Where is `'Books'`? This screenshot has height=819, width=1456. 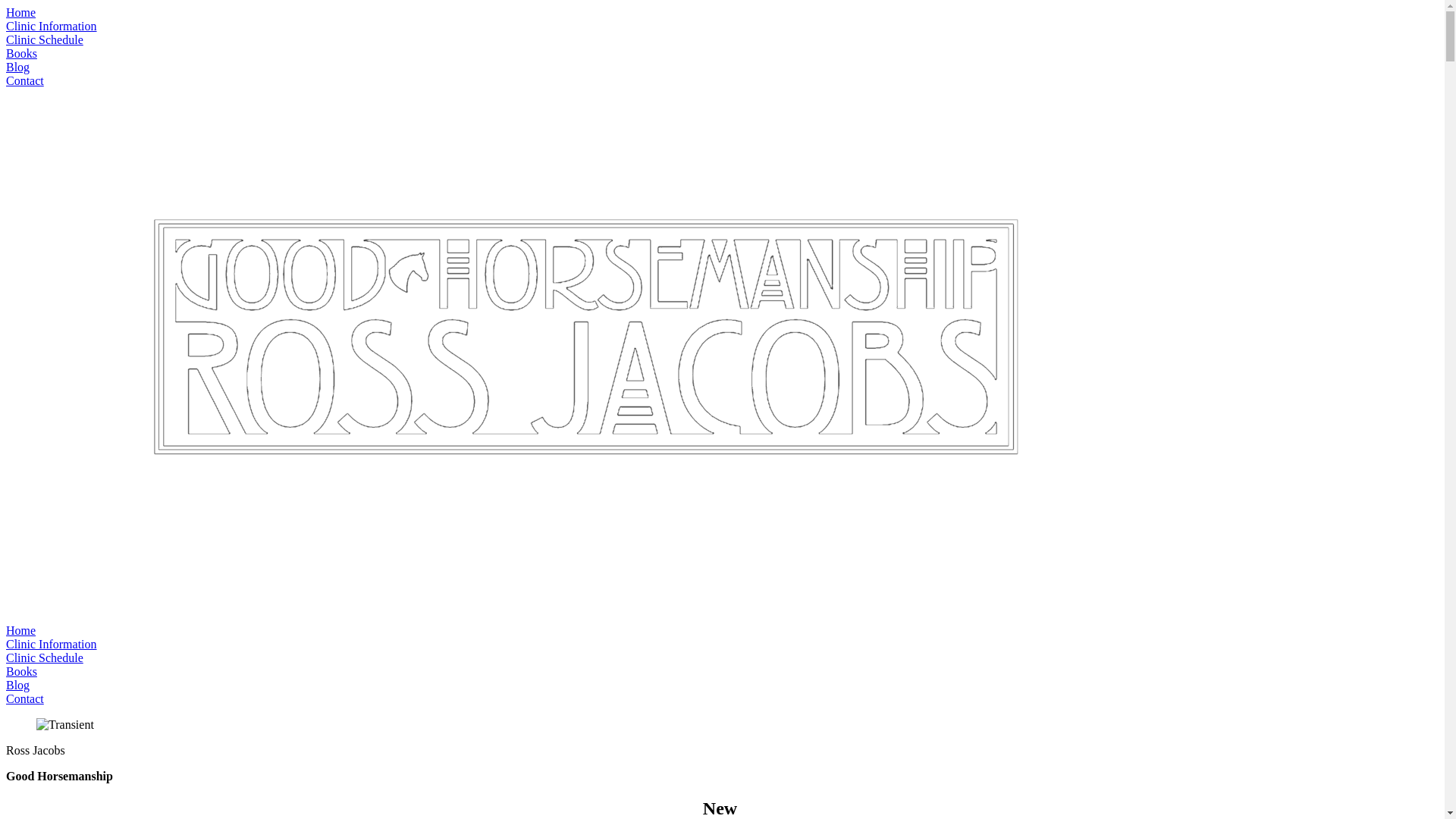
'Books' is located at coordinates (6, 670).